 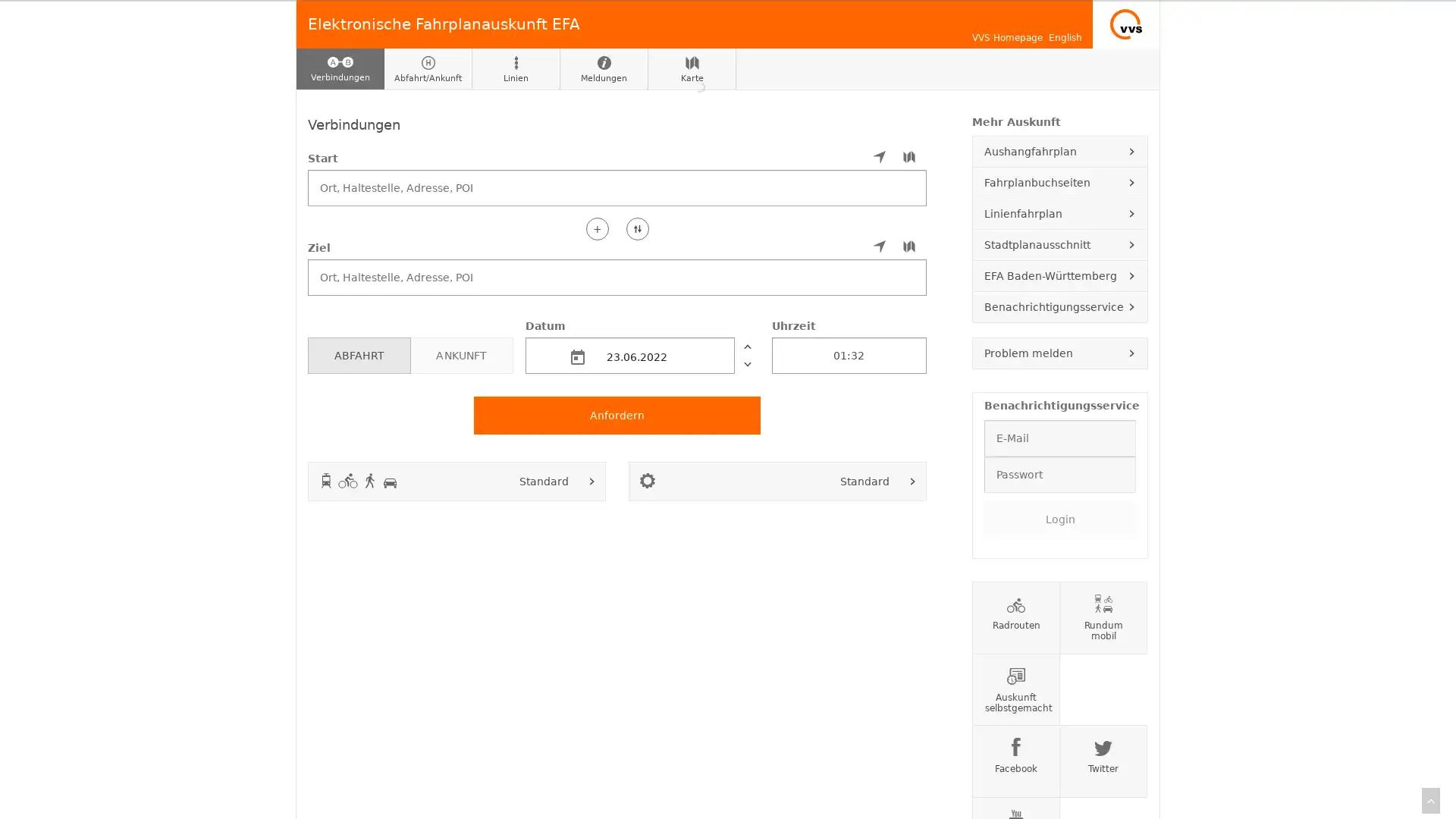 What do you see at coordinates (746, 363) in the screenshot?
I see `nachher` at bounding box center [746, 363].